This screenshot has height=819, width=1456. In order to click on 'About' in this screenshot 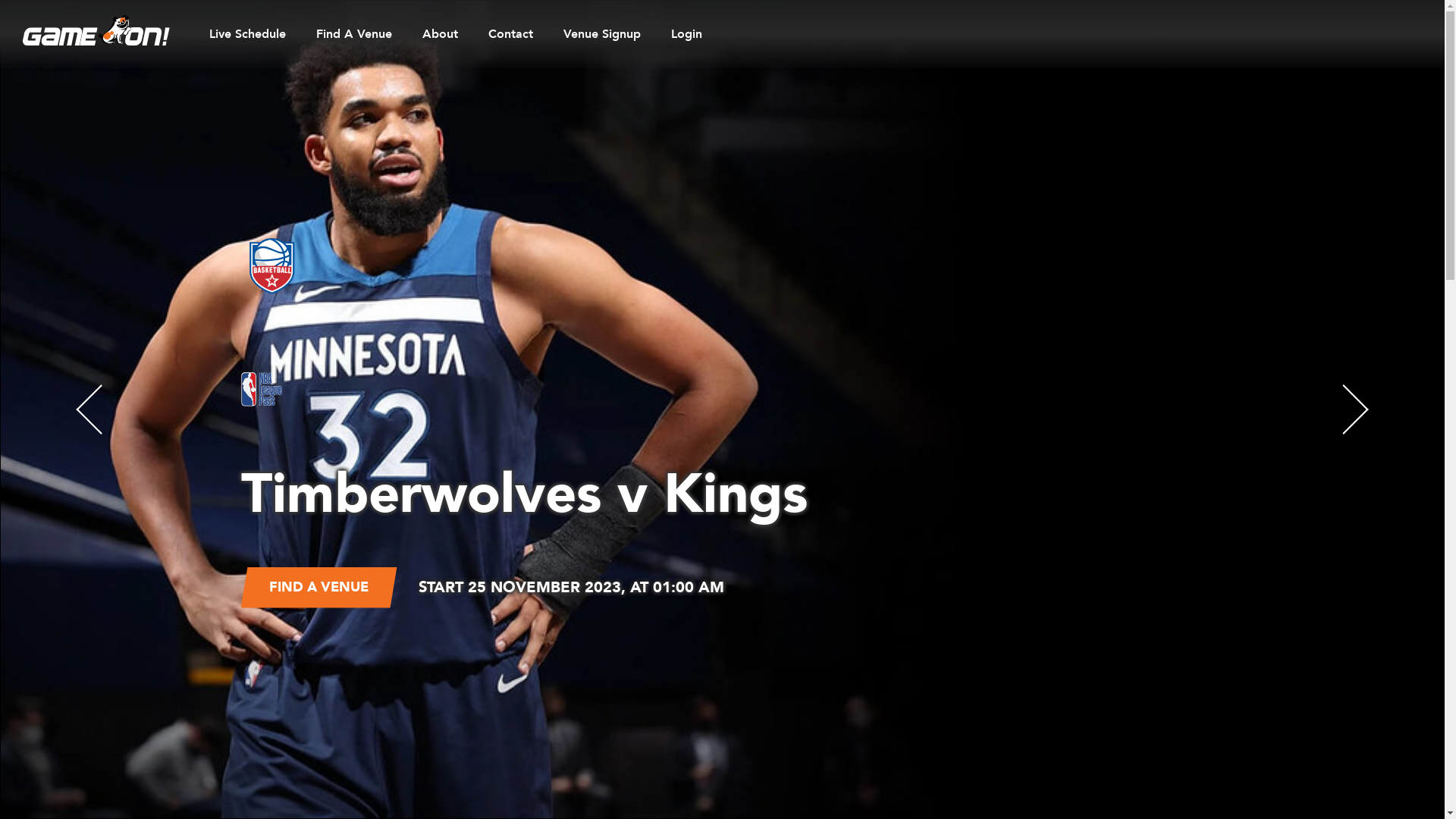, I will do `click(439, 34)`.